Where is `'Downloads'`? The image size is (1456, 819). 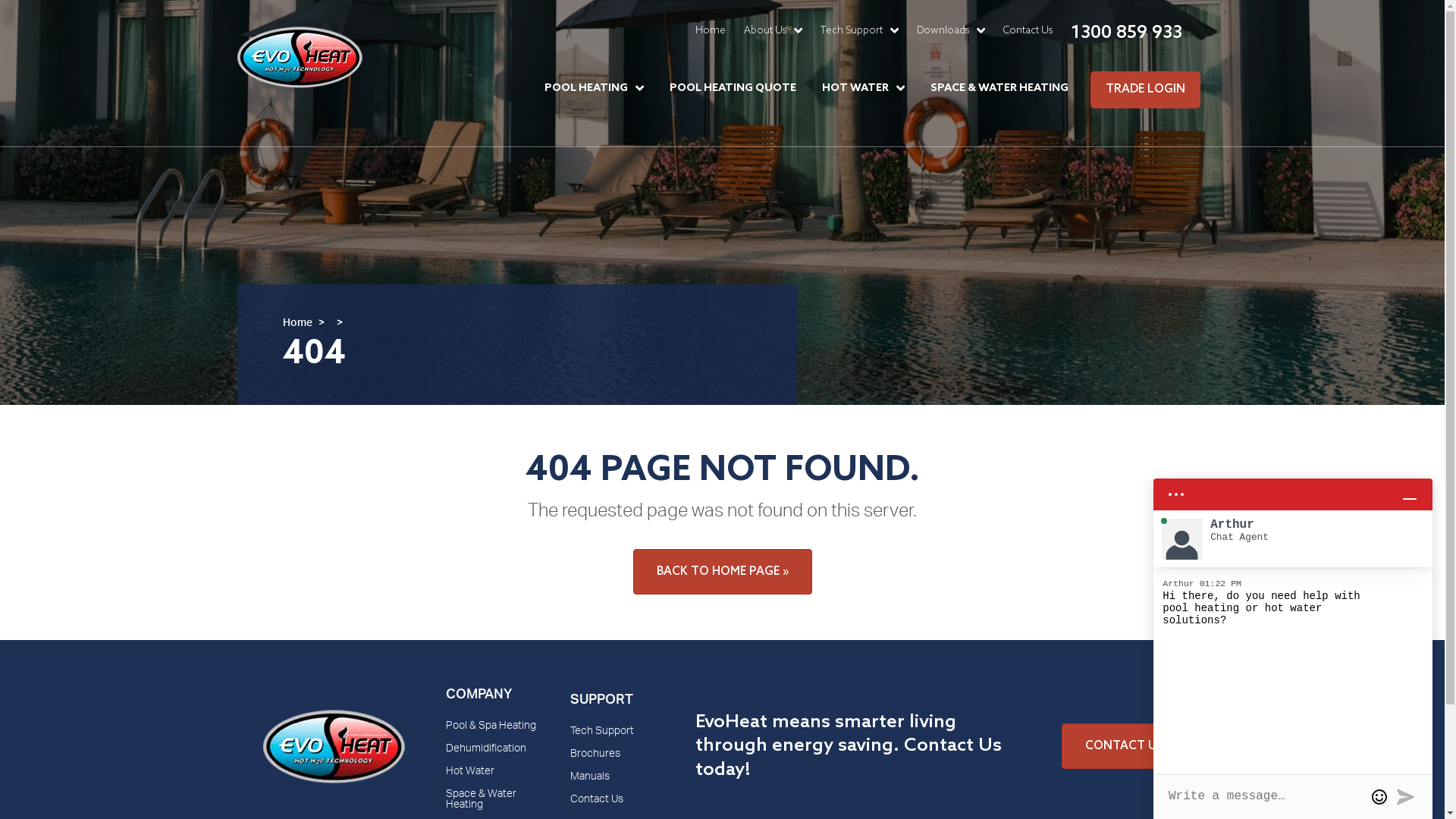
'Downloads' is located at coordinates (949, 30).